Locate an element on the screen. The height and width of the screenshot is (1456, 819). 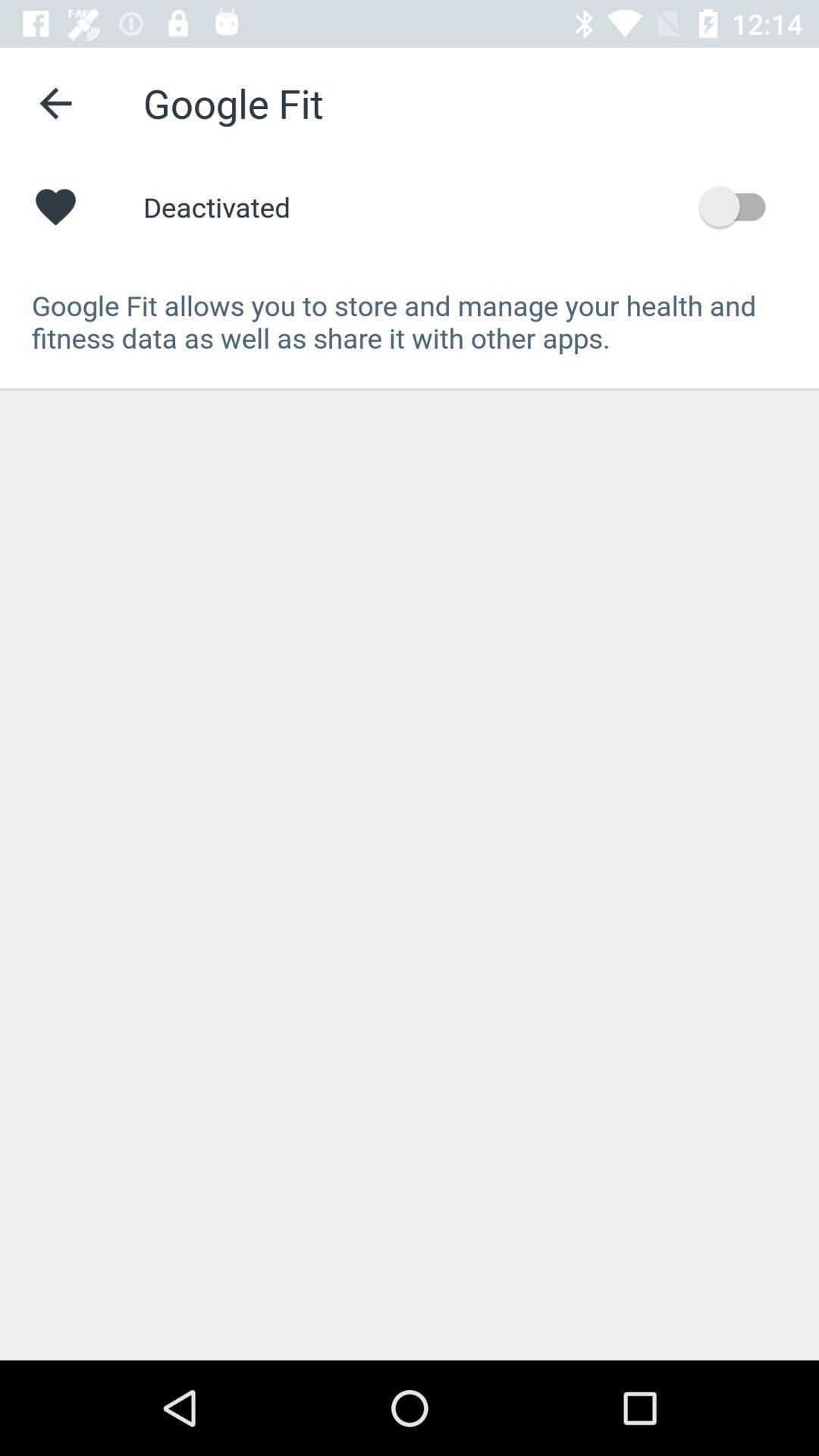
go back is located at coordinates (55, 102).